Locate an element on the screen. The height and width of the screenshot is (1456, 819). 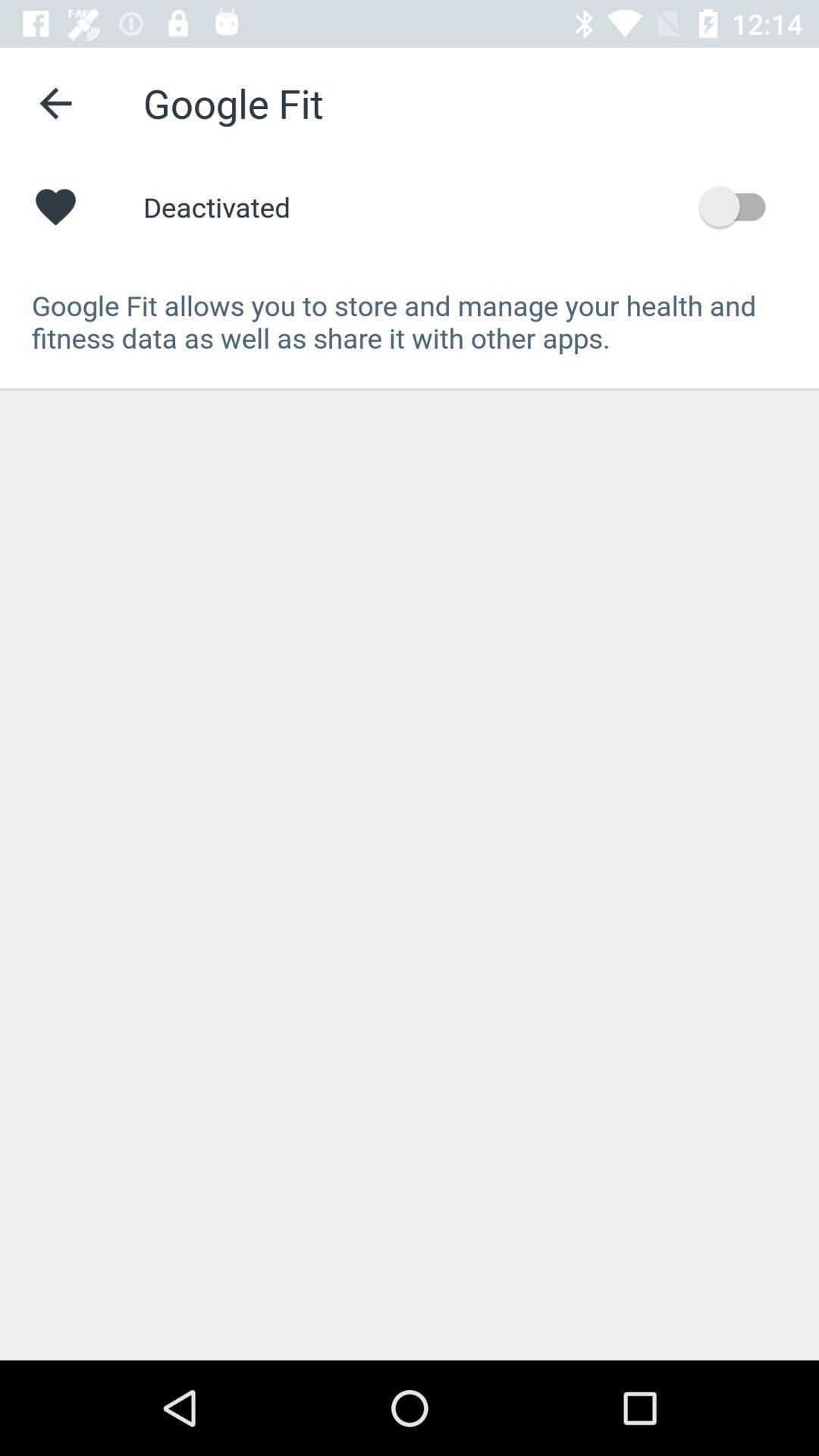
go back is located at coordinates (55, 102).